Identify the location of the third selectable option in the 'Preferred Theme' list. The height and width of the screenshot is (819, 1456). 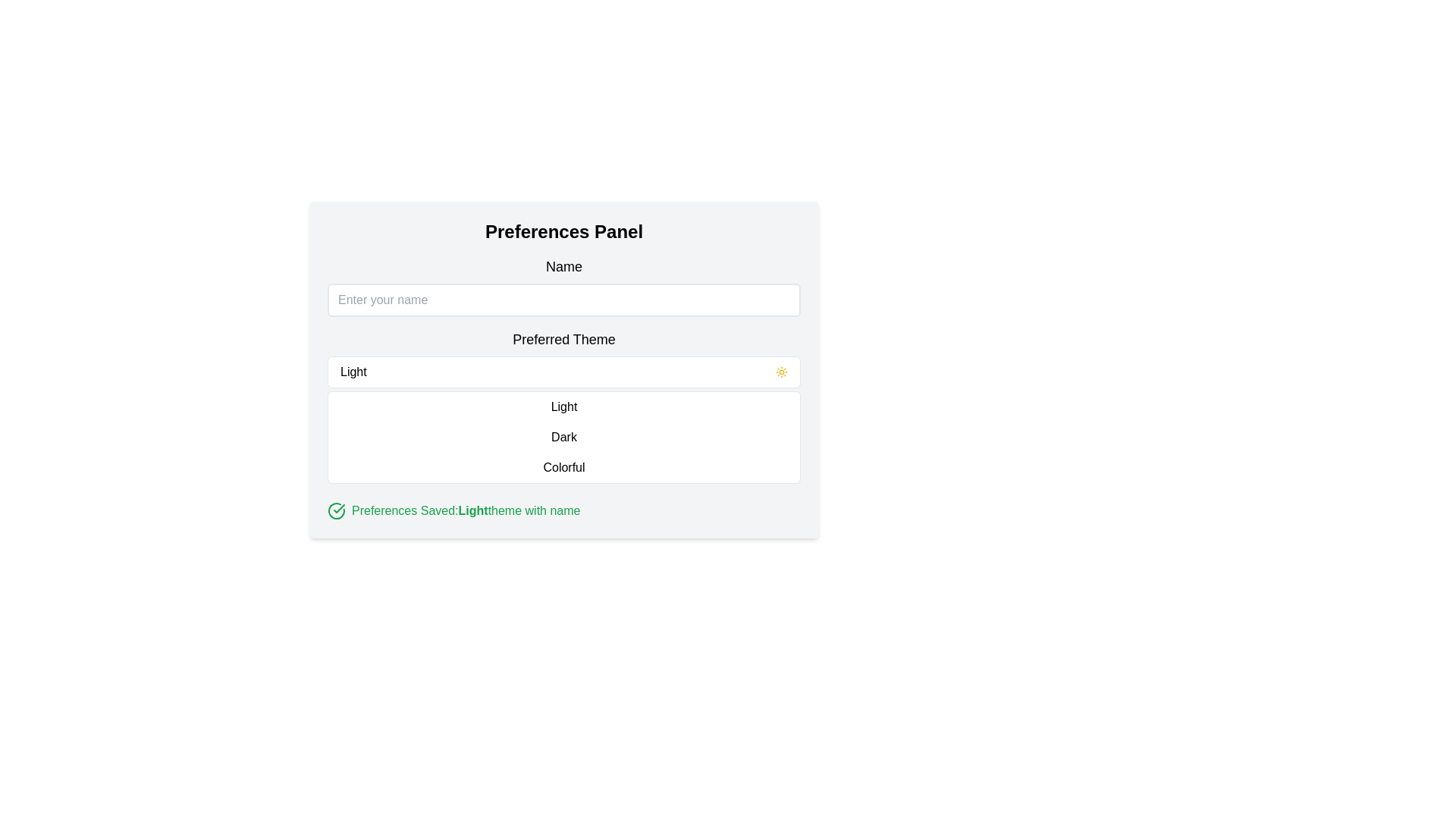
(563, 467).